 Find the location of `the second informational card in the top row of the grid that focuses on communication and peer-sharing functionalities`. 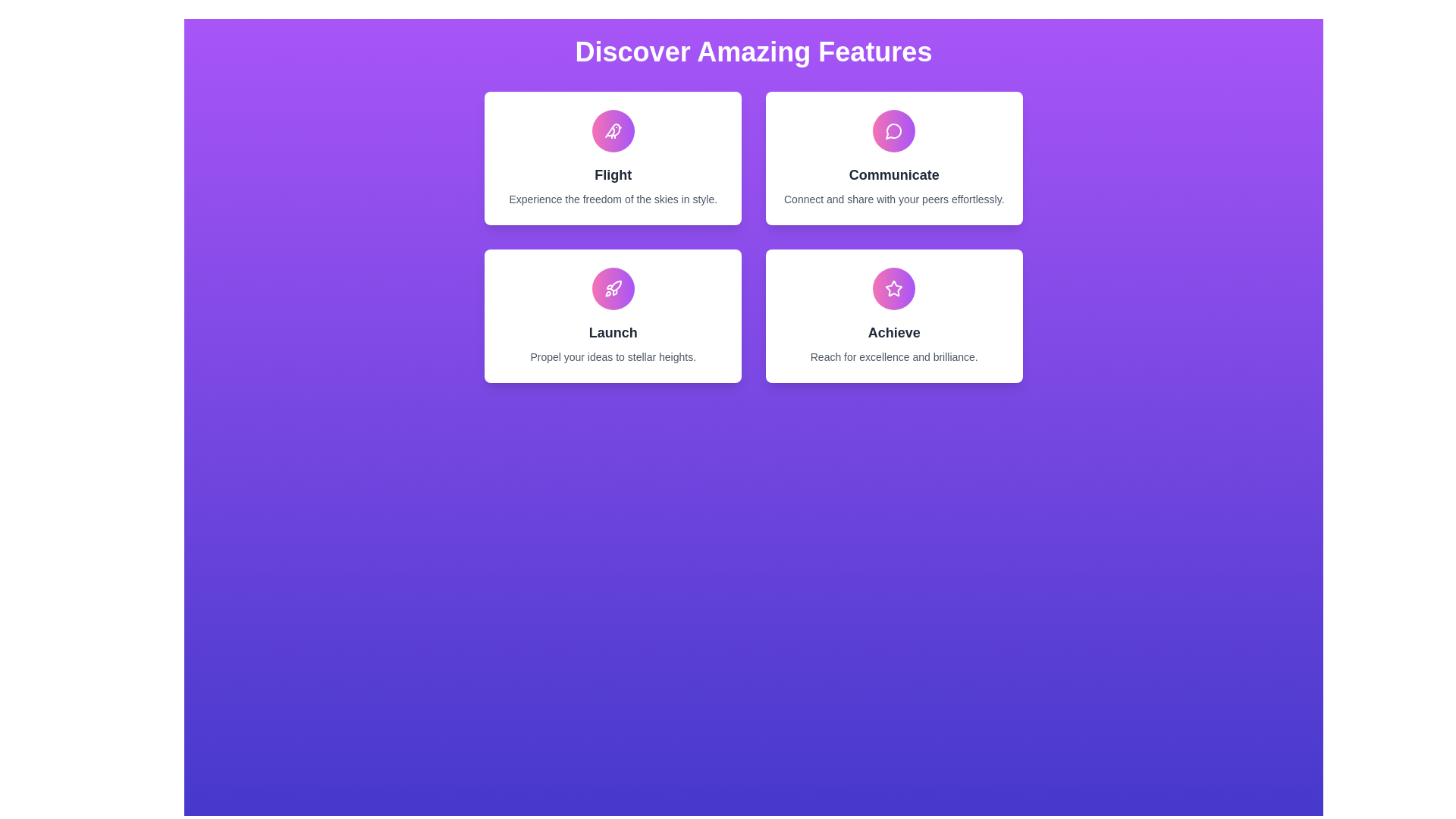

the second informational card in the top row of the grid that focuses on communication and peer-sharing functionalities is located at coordinates (894, 158).